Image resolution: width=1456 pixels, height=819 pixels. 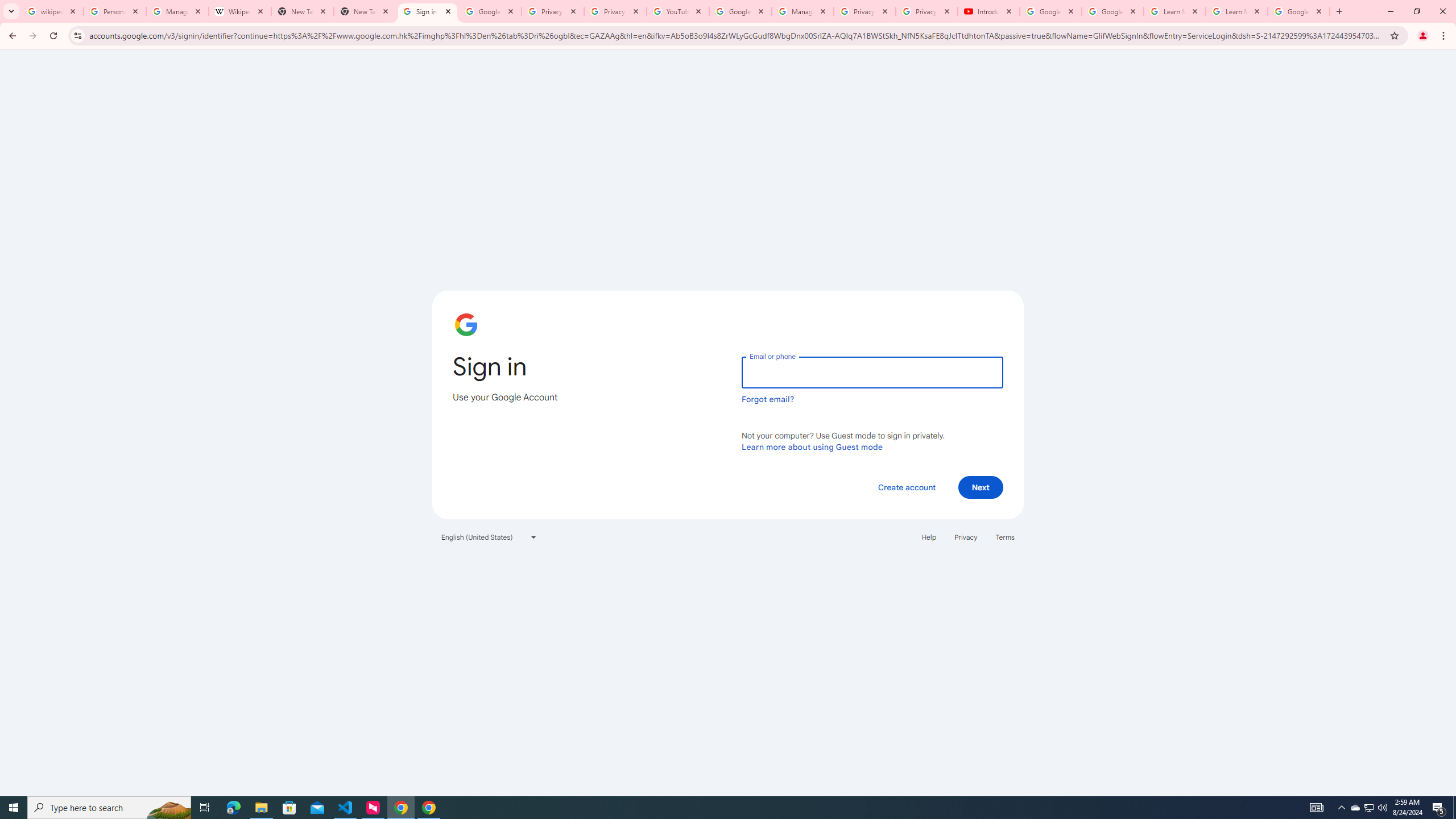 What do you see at coordinates (1298, 11) in the screenshot?
I see `'Google Account'` at bounding box center [1298, 11].